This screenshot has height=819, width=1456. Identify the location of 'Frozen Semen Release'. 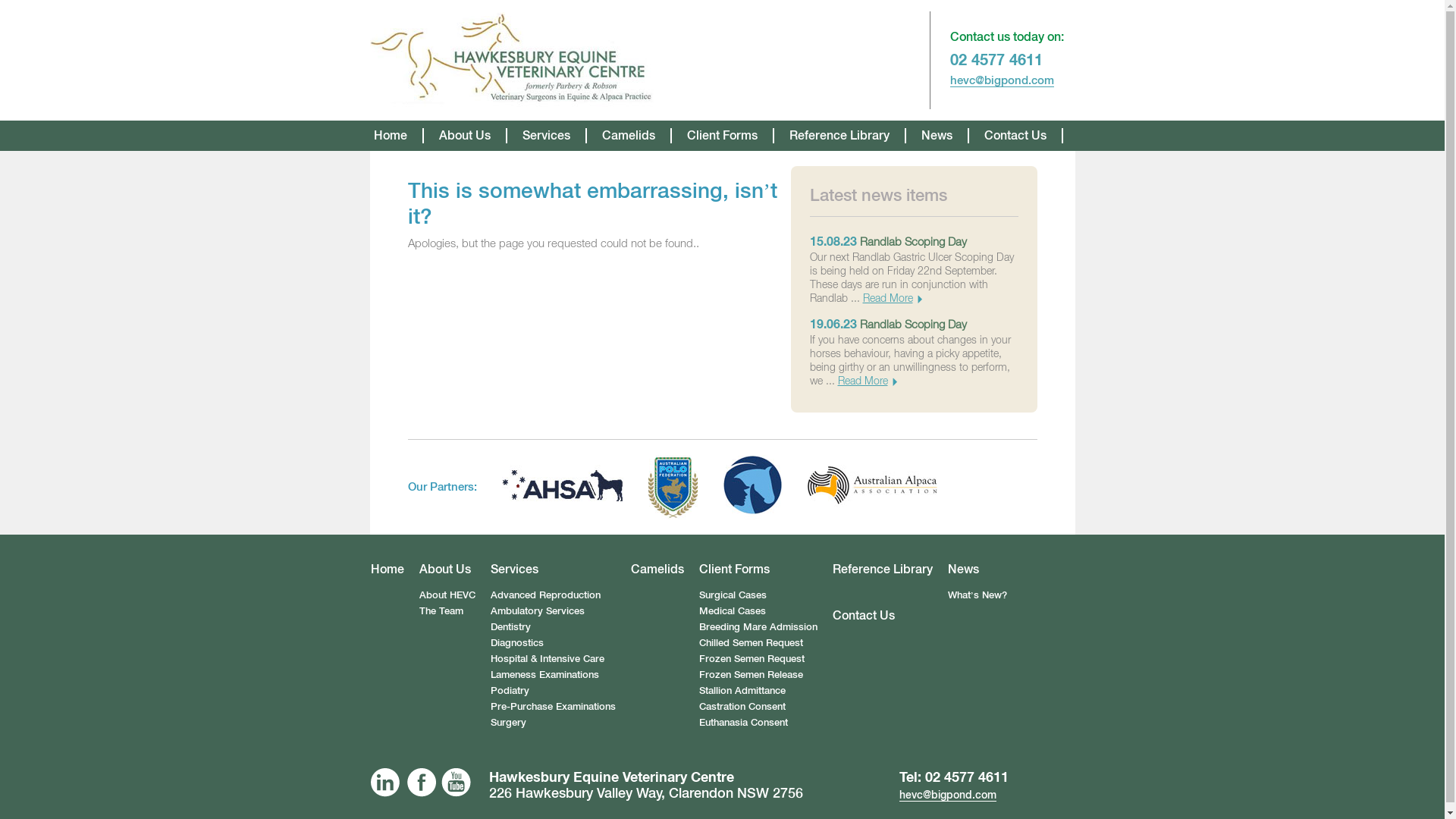
(750, 673).